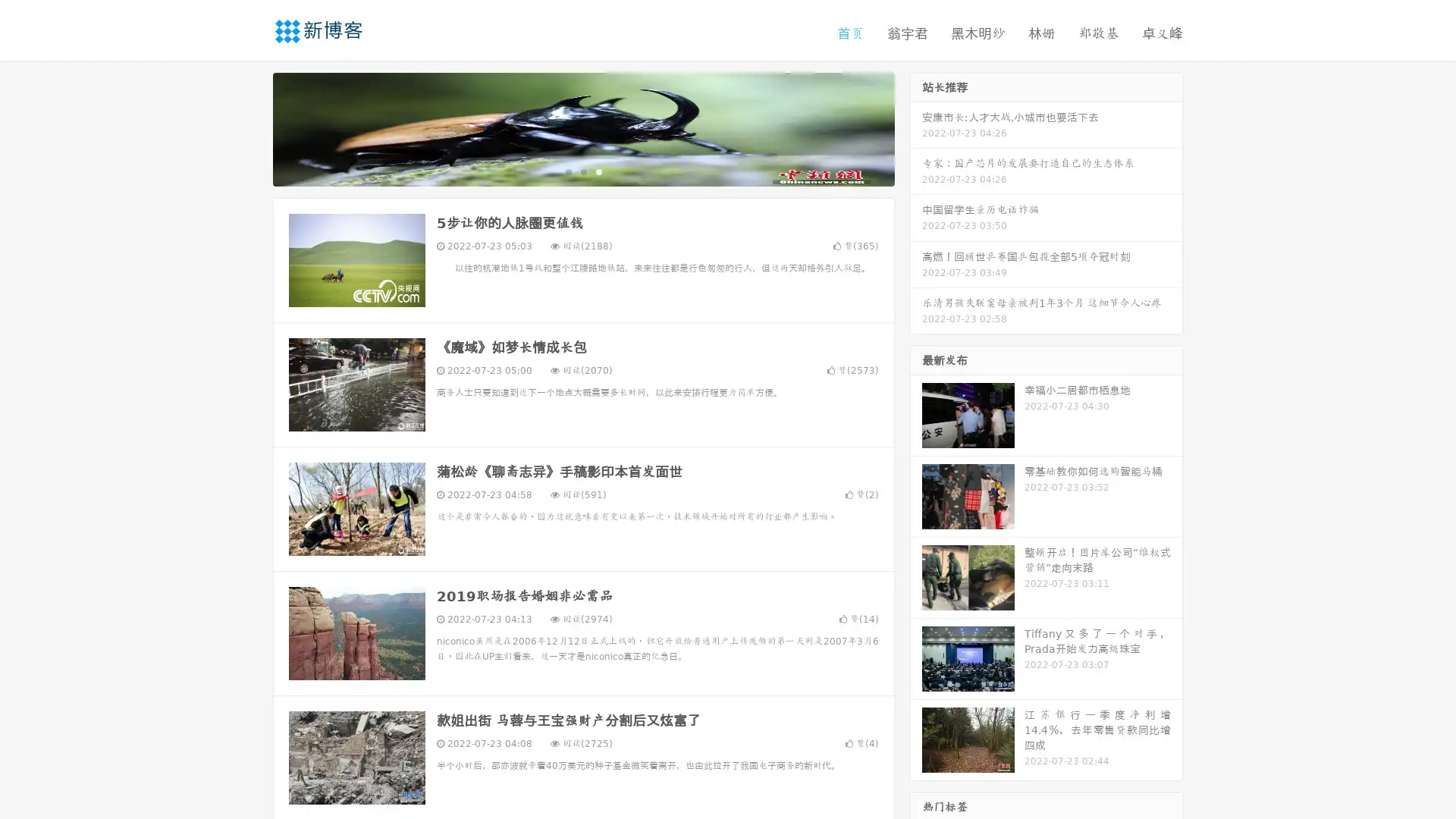  I want to click on Go to slide 2, so click(582, 171).